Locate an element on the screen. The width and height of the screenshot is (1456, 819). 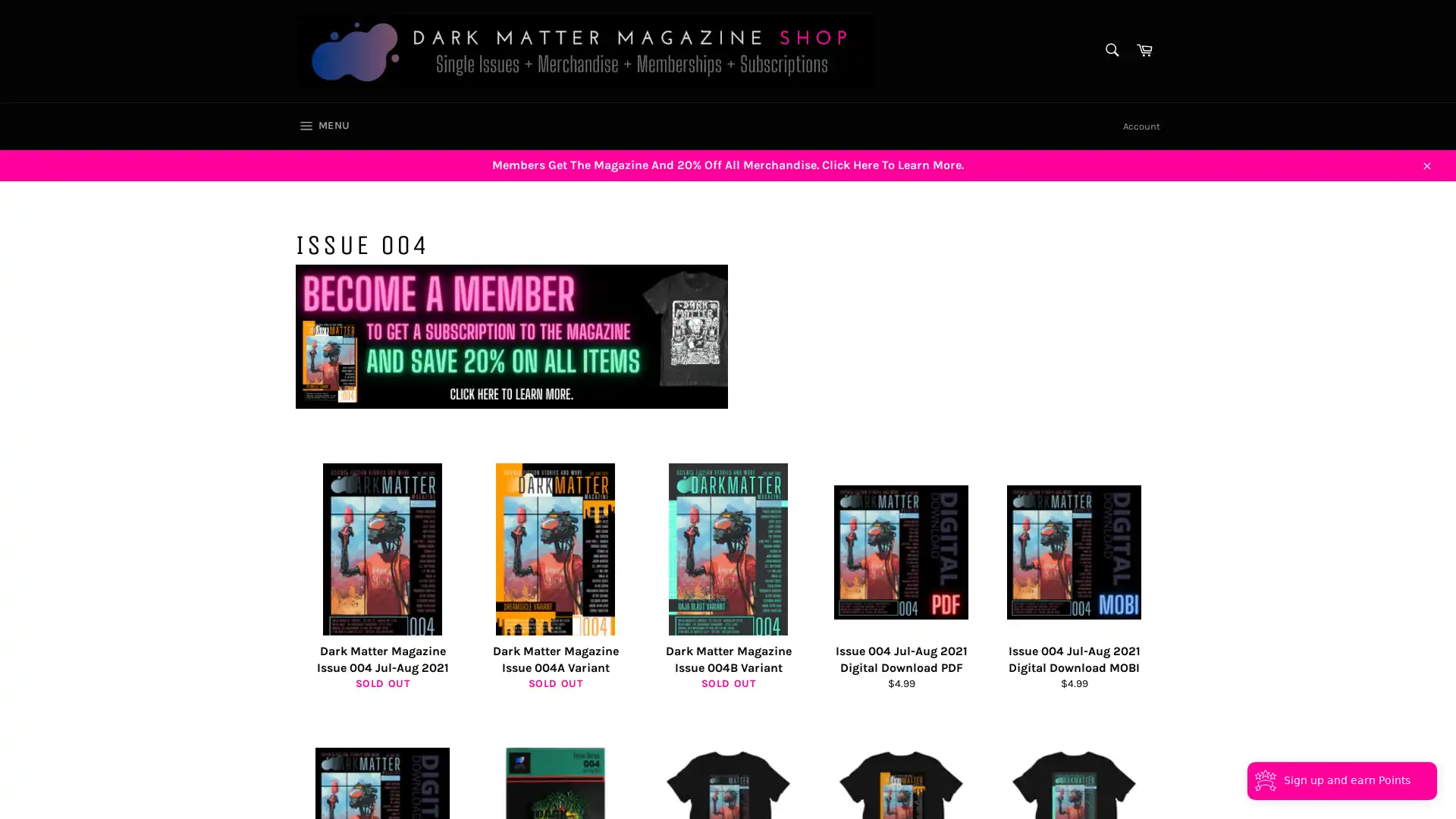
Close is located at coordinates (1425, 163).